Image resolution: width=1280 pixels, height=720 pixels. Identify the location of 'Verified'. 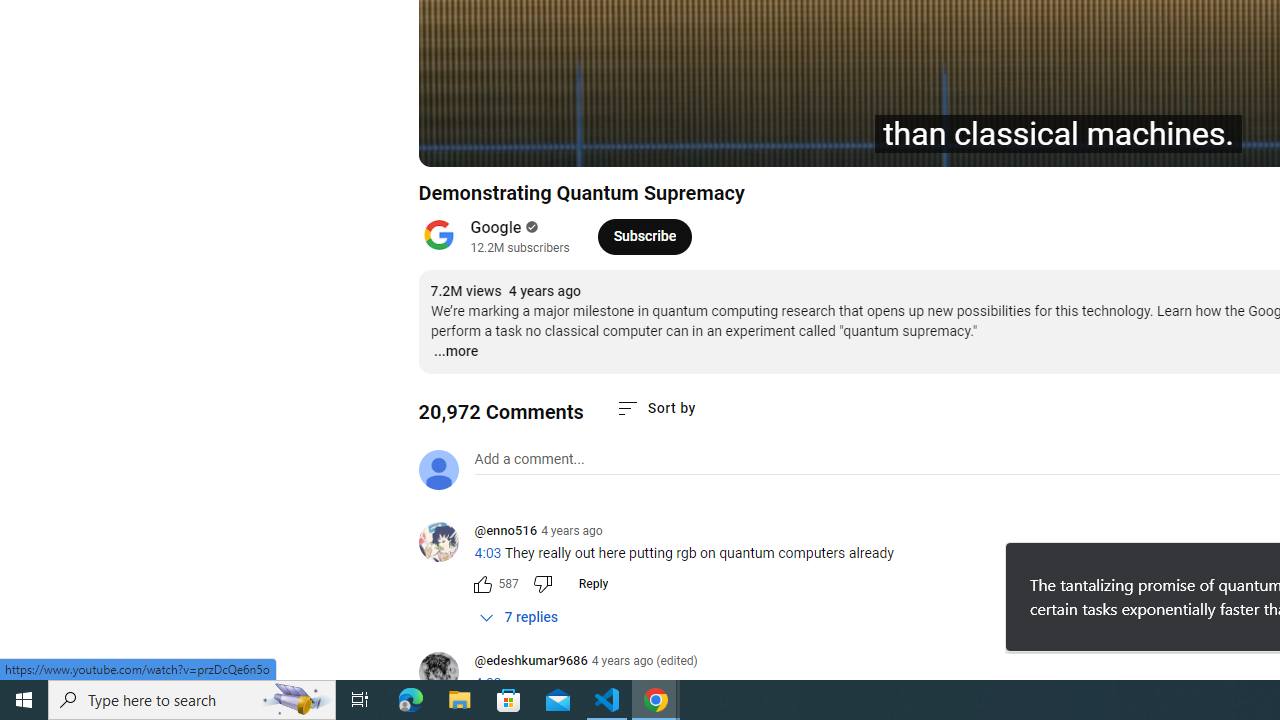
(530, 226).